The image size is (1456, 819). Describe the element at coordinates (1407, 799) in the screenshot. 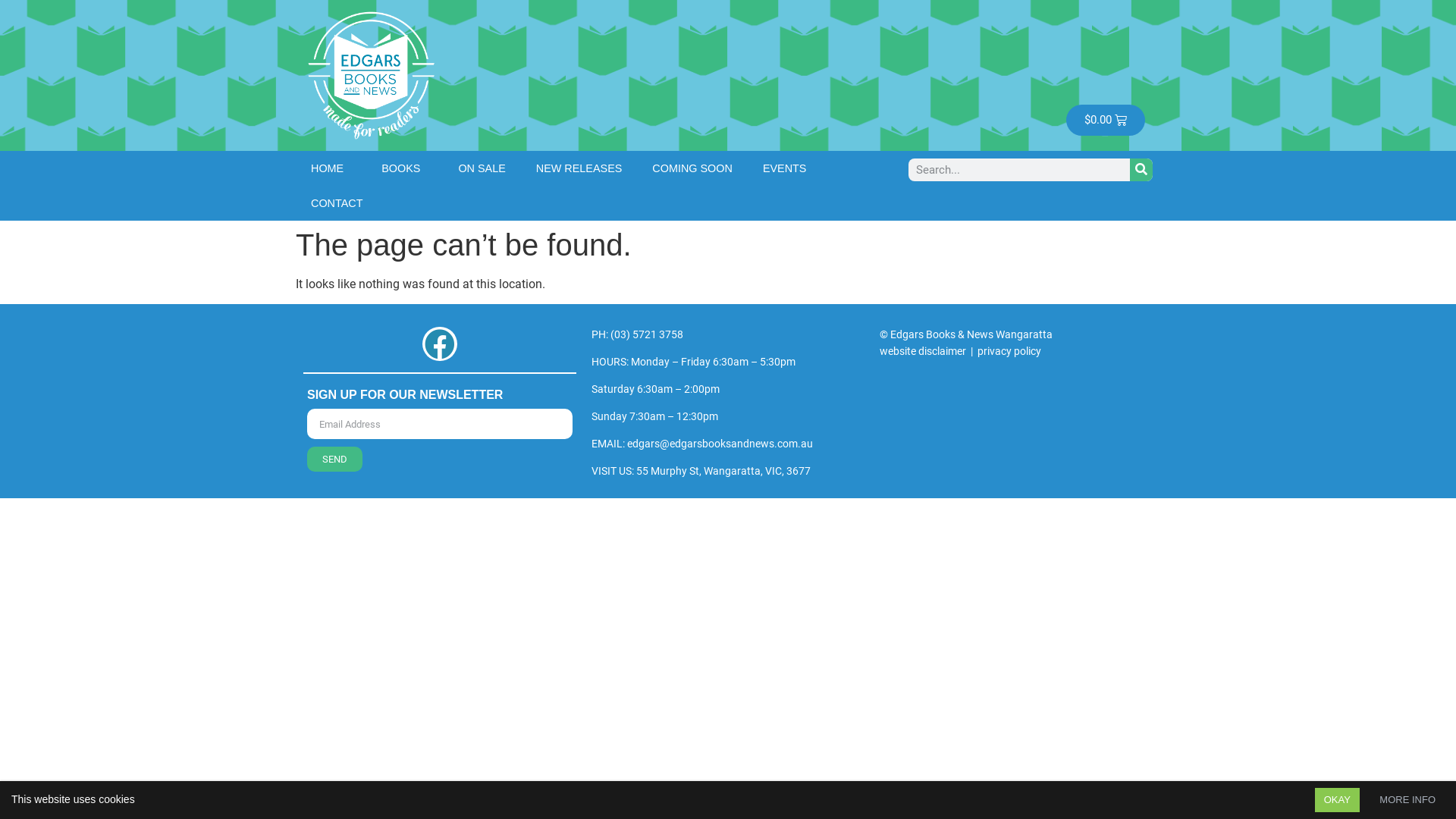

I see `'MORE INFO'` at that location.